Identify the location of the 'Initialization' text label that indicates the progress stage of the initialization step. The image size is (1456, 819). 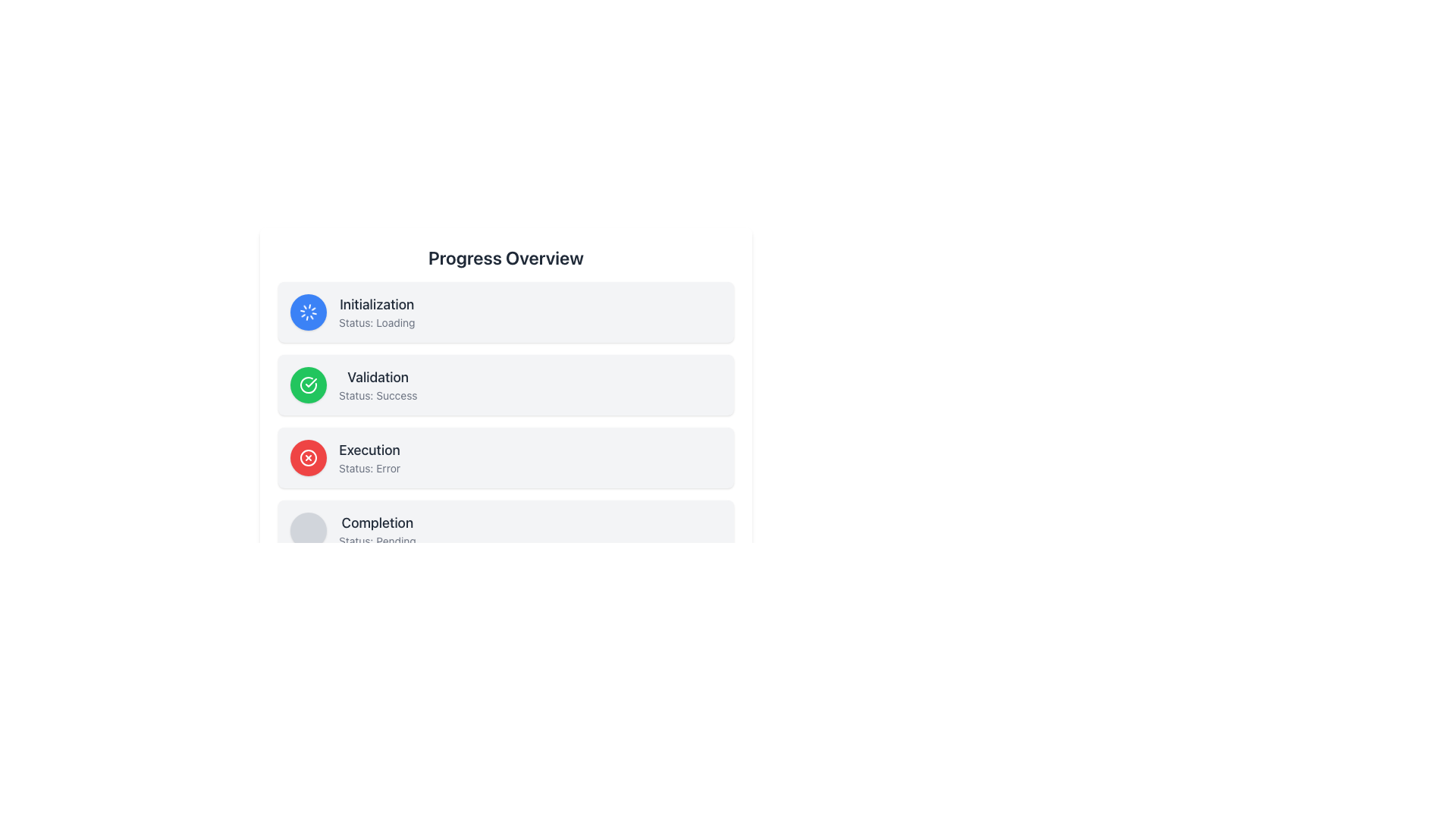
(377, 304).